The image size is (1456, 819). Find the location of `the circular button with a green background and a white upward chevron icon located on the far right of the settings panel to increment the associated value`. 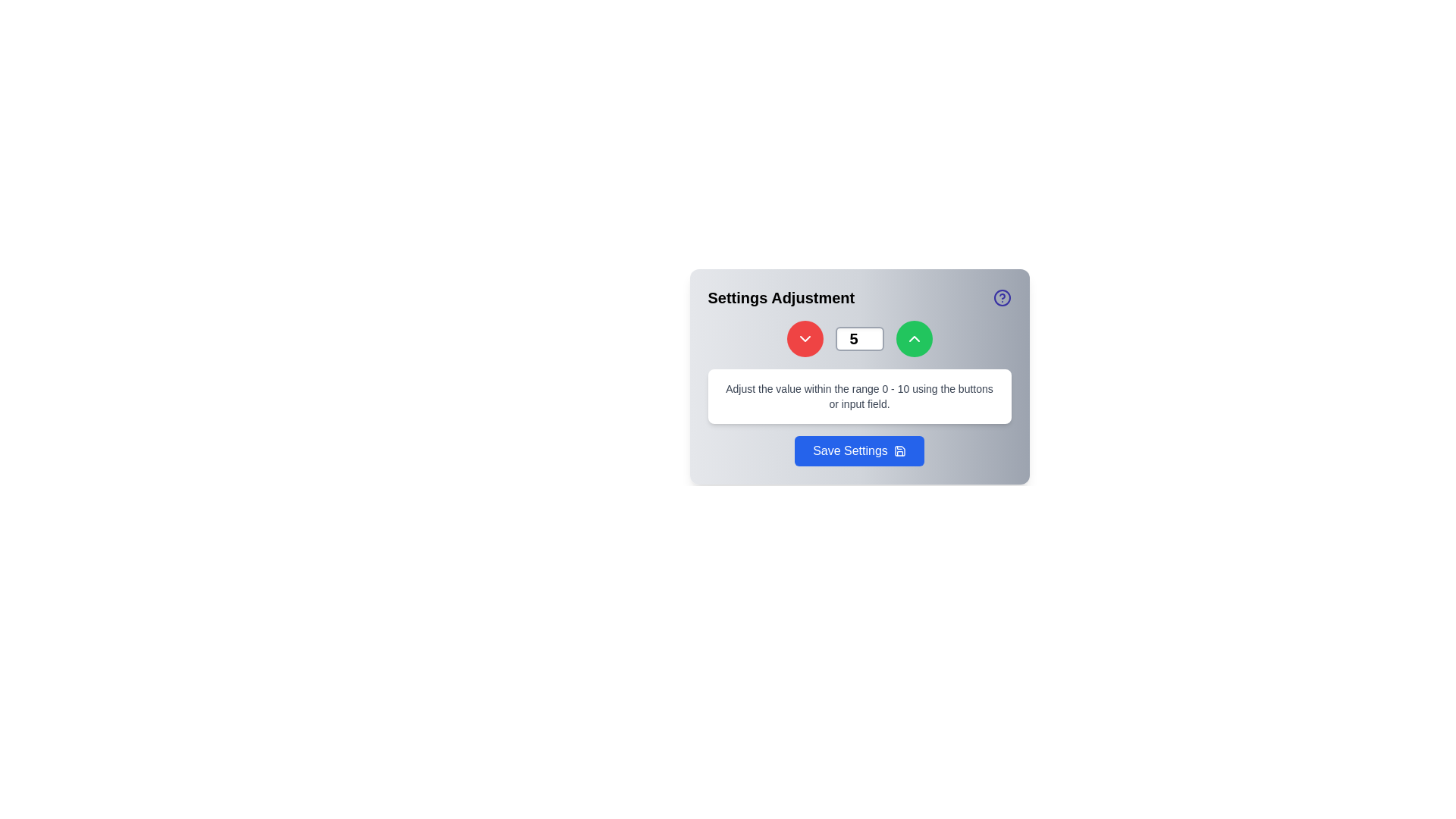

the circular button with a green background and a white upward chevron icon located on the far right of the settings panel to increment the associated value is located at coordinates (913, 338).